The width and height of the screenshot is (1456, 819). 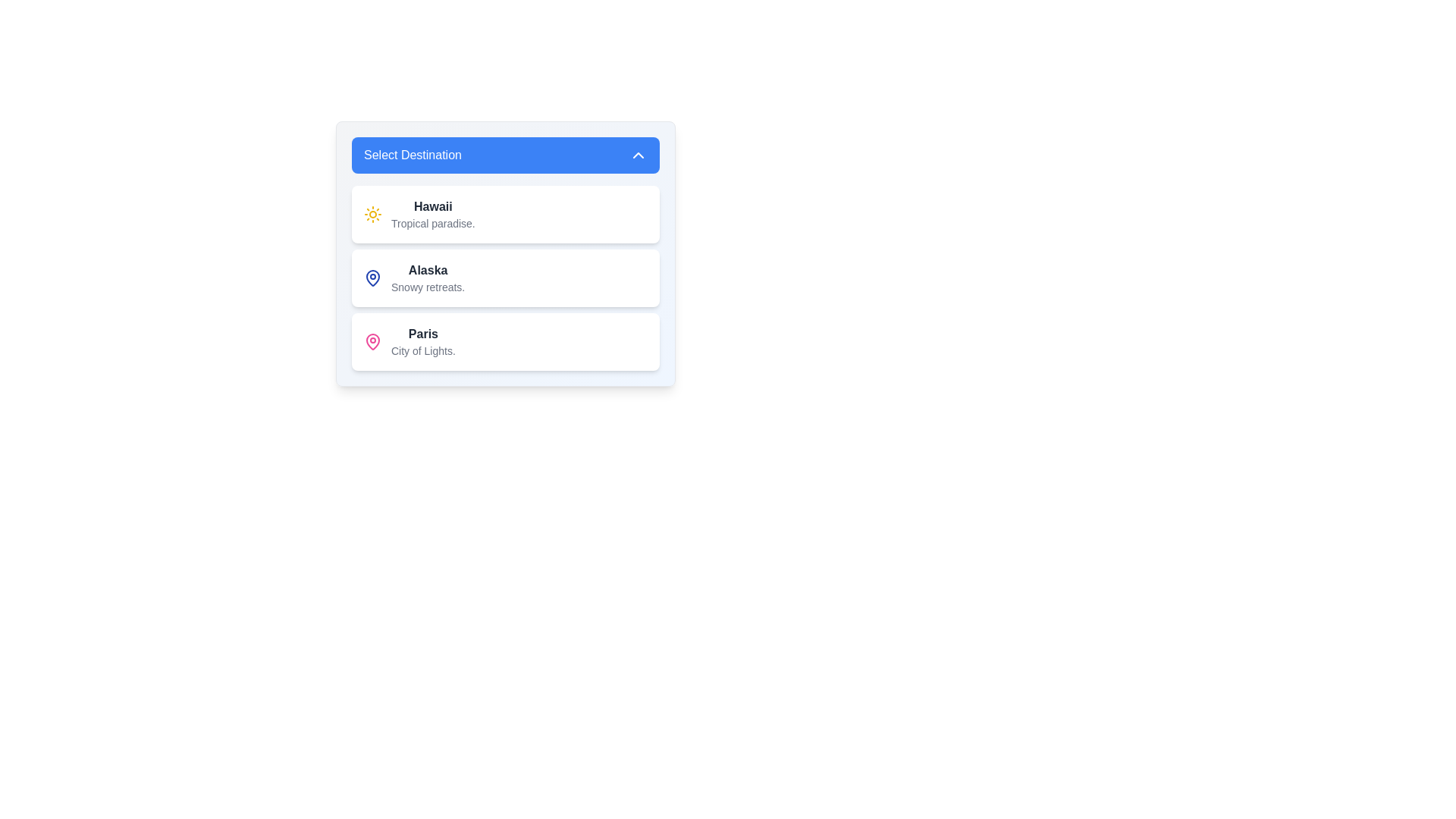 What do you see at coordinates (427, 287) in the screenshot?
I see `the descriptive subtext text label for the 'Alaska' option in the dropdown menu, which is positioned under the 'Alaska' text` at bounding box center [427, 287].